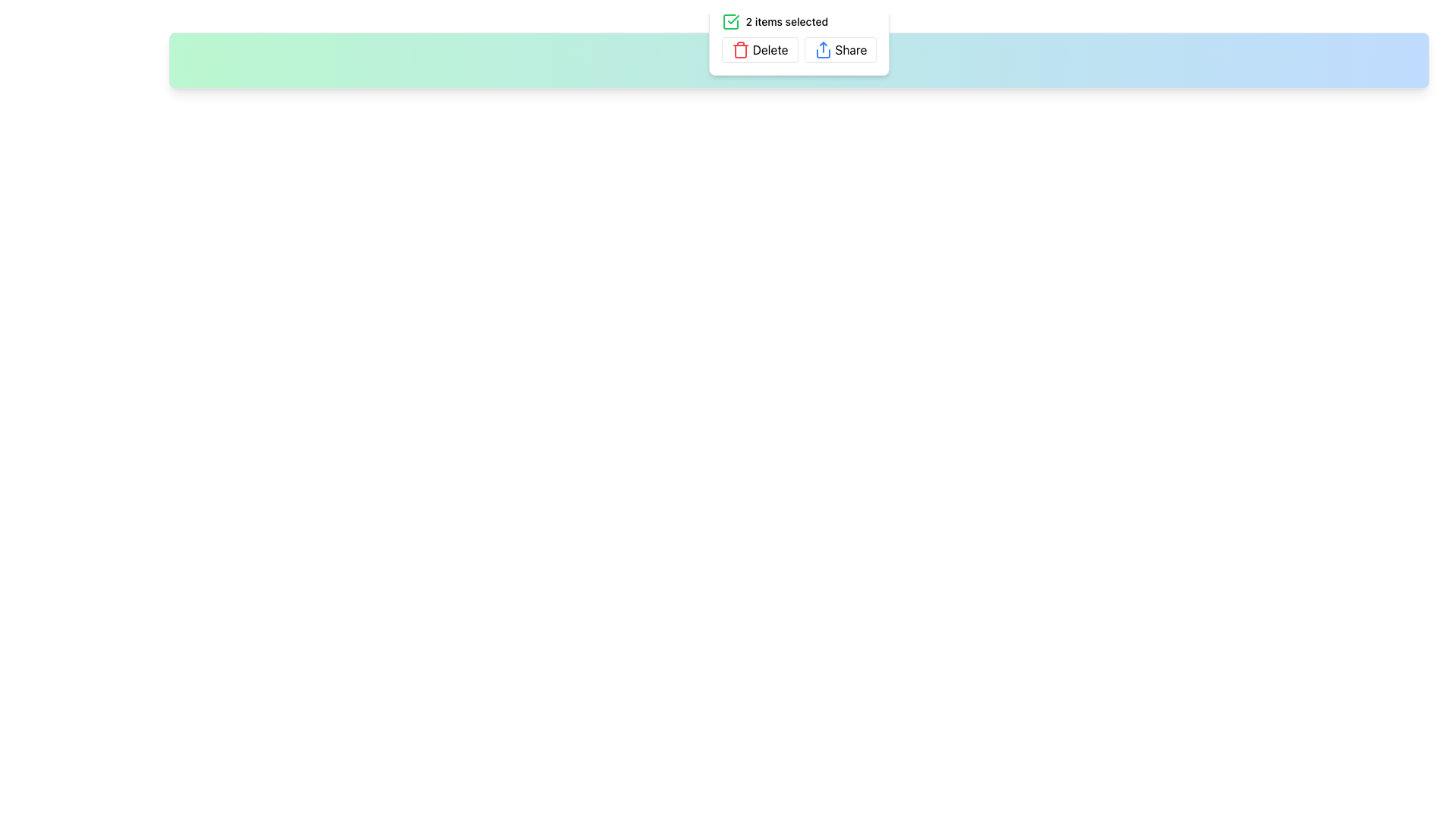 The width and height of the screenshot is (1456, 819). What do you see at coordinates (822, 49) in the screenshot?
I see `the 'Share' button located at the top-right of the toolbar, which features an icon indicating the action of sharing content` at bounding box center [822, 49].